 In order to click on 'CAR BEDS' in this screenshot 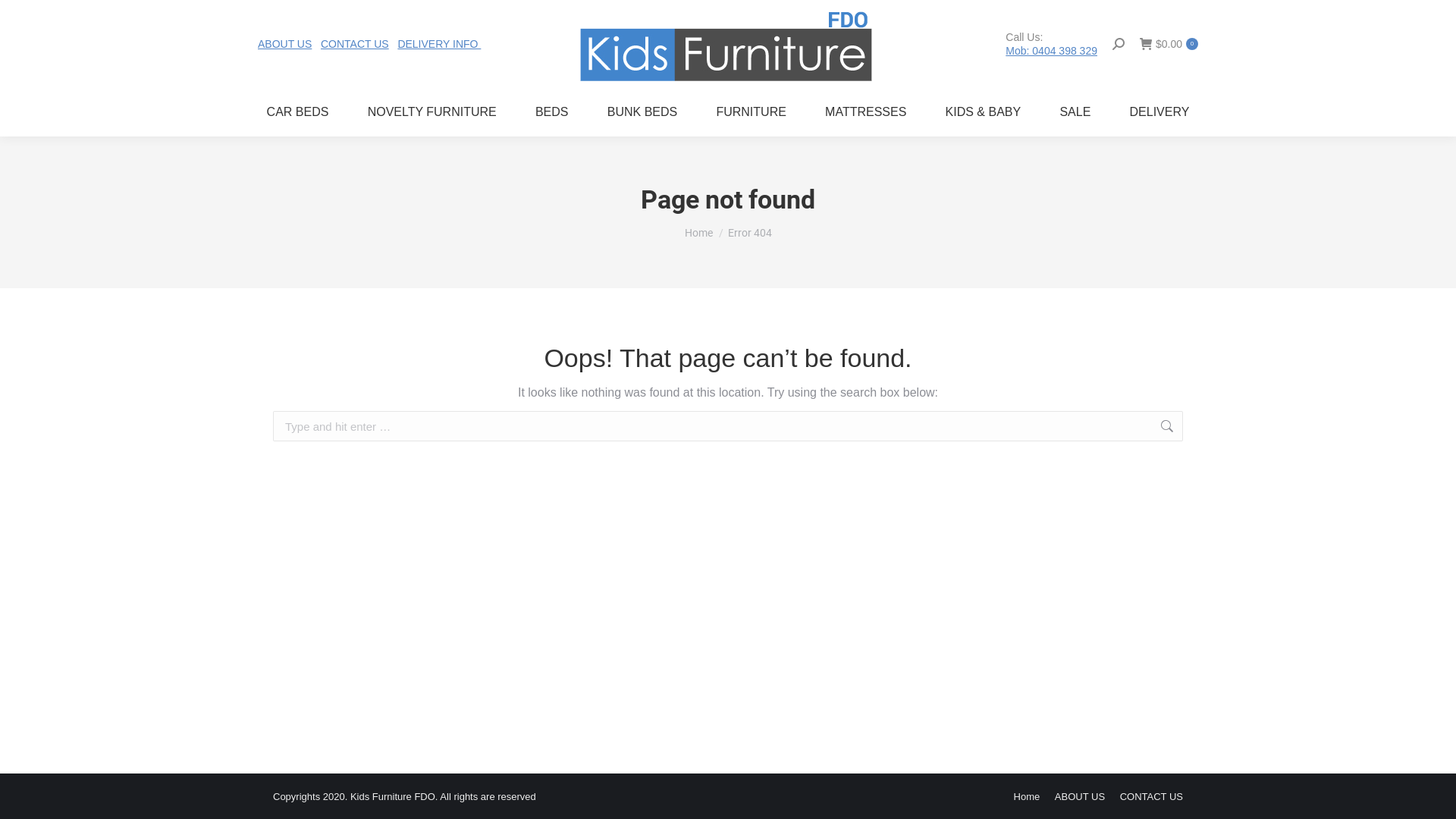, I will do `click(297, 111)`.